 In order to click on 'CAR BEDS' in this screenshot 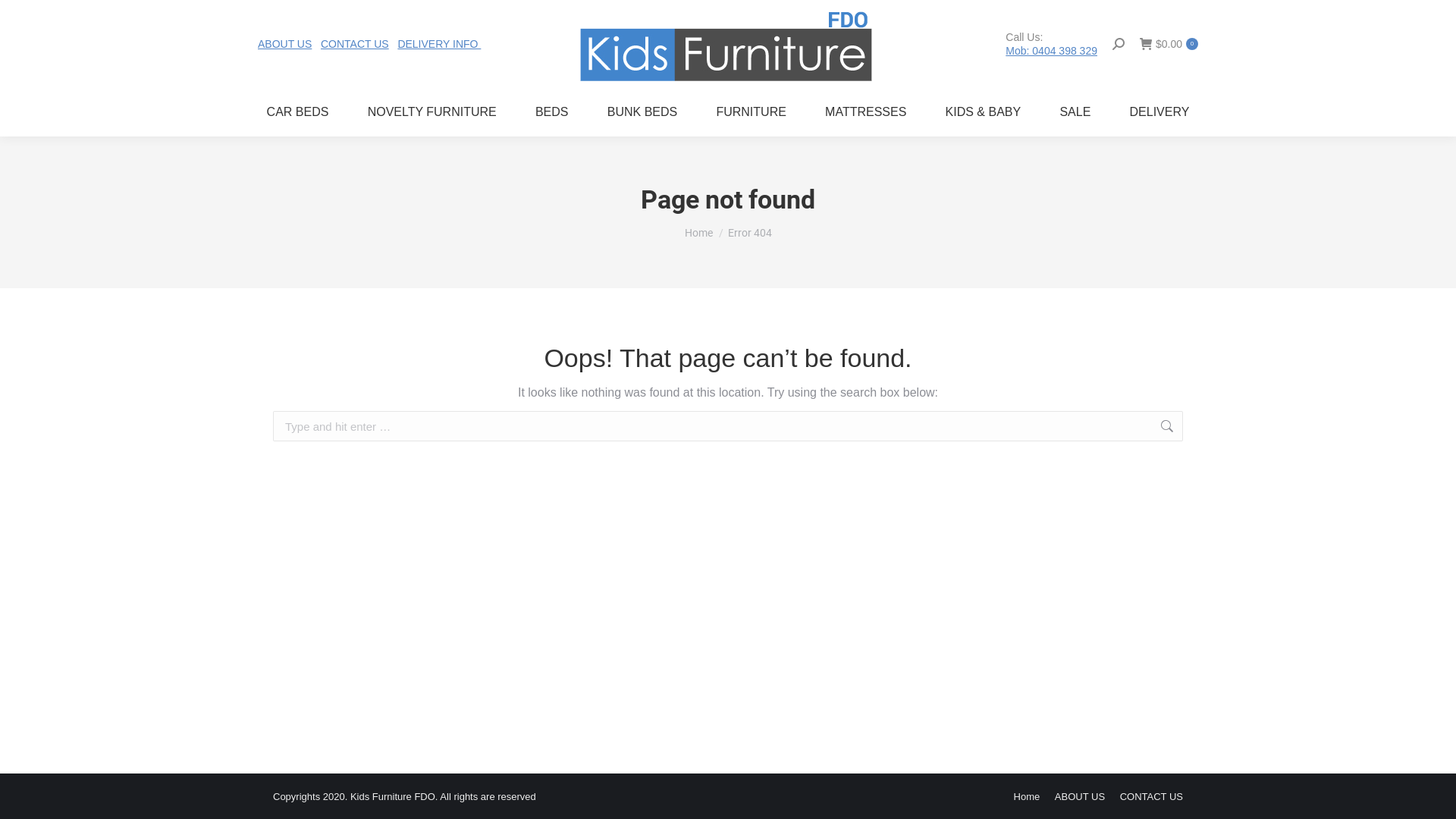, I will do `click(297, 111)`.